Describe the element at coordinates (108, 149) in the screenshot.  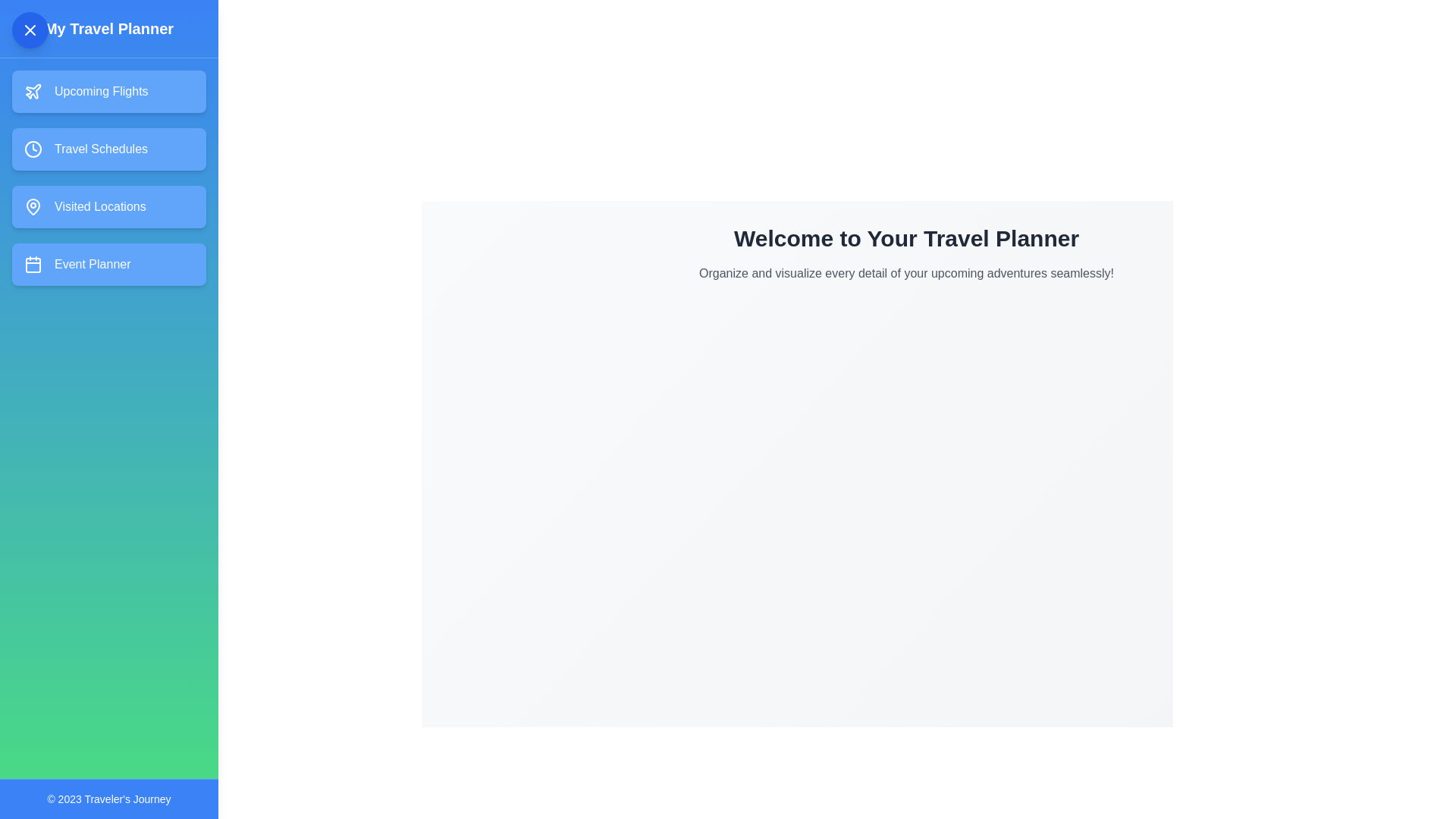
I see `the 'Travel Schedules' button with a blue background that changes to green when hovered, located in the sidebar below the 'Upcoming Flights' button` at that location.